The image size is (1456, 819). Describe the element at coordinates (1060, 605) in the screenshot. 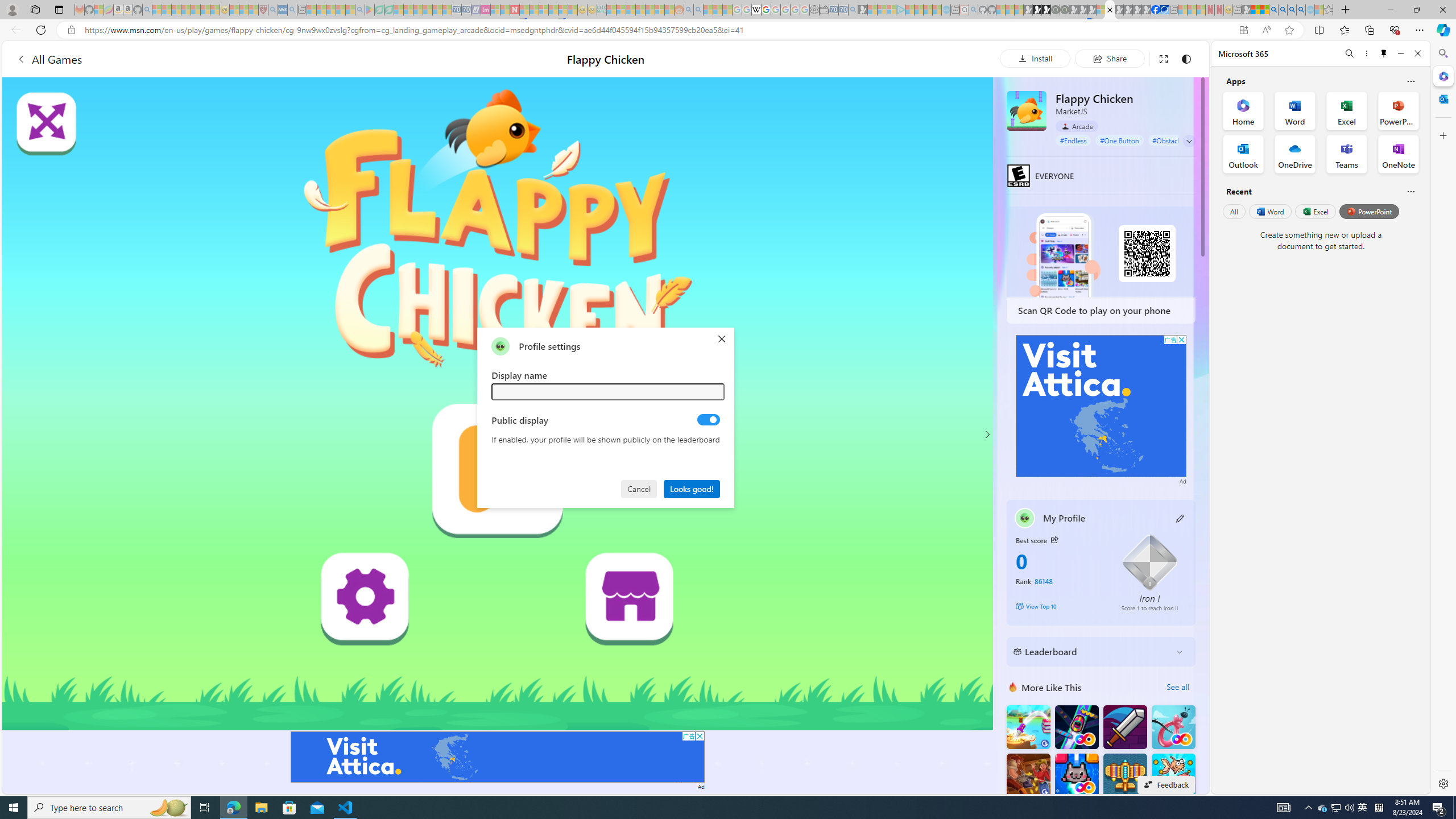

I see `'View Top 10'` at that location.